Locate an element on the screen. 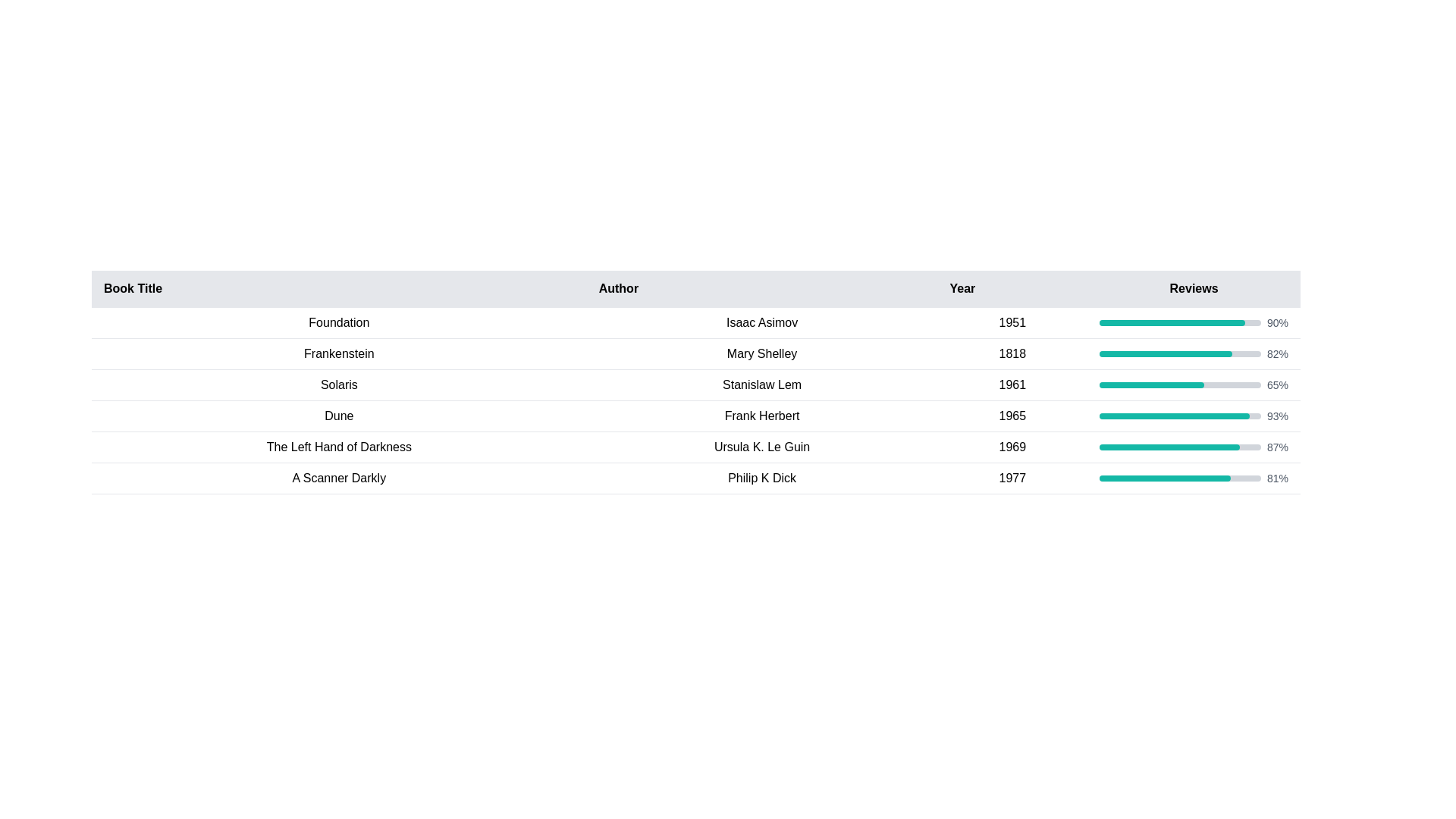 This screenshot has width=1456, height=819. the text element displaying 'Isaac Asimov' in the 'Author' column of the row for the book title 'Foundation' is located at coordinates (762, 322).